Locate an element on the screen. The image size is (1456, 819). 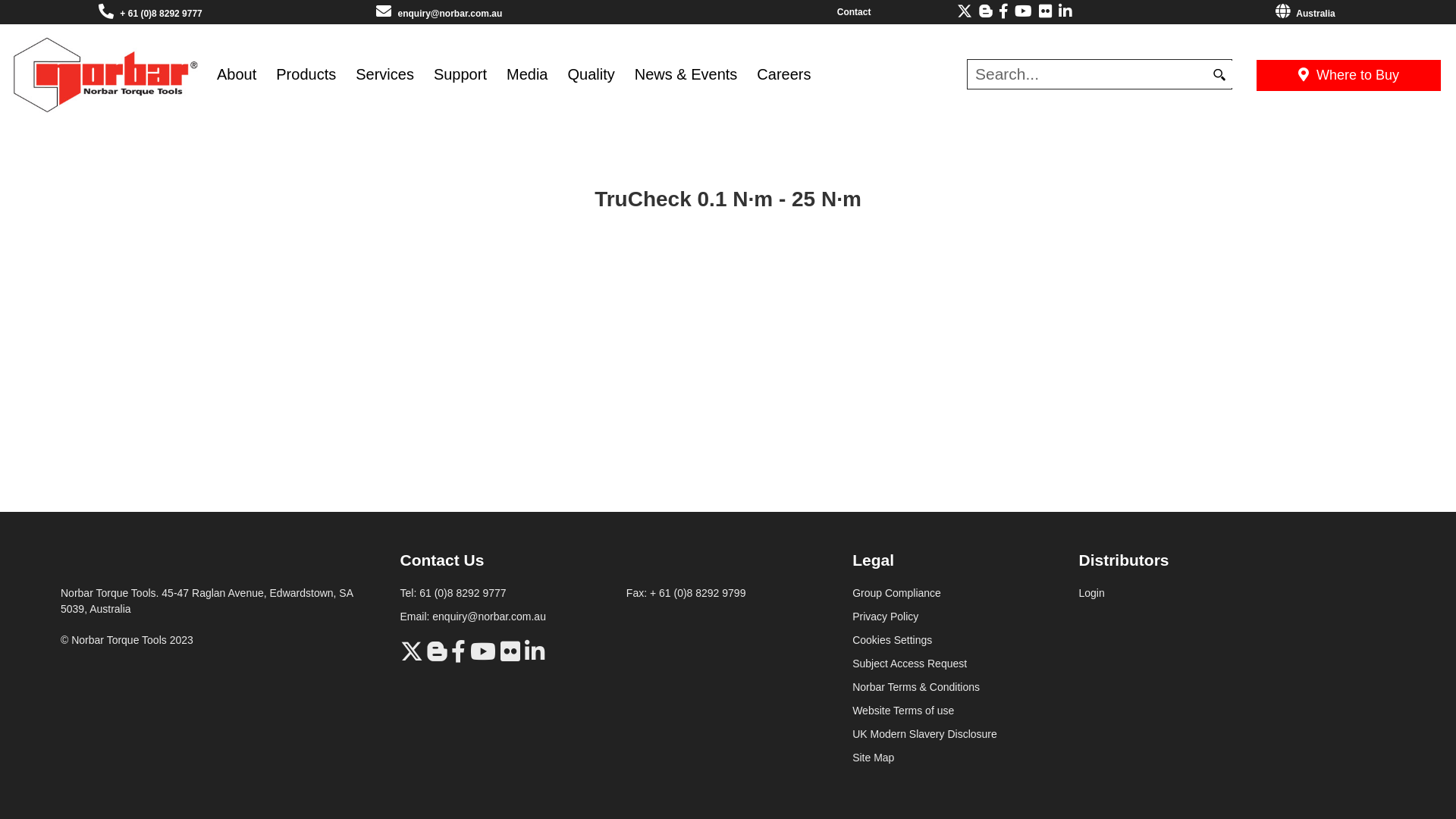
'Products' is located at coordinates (305, 74).